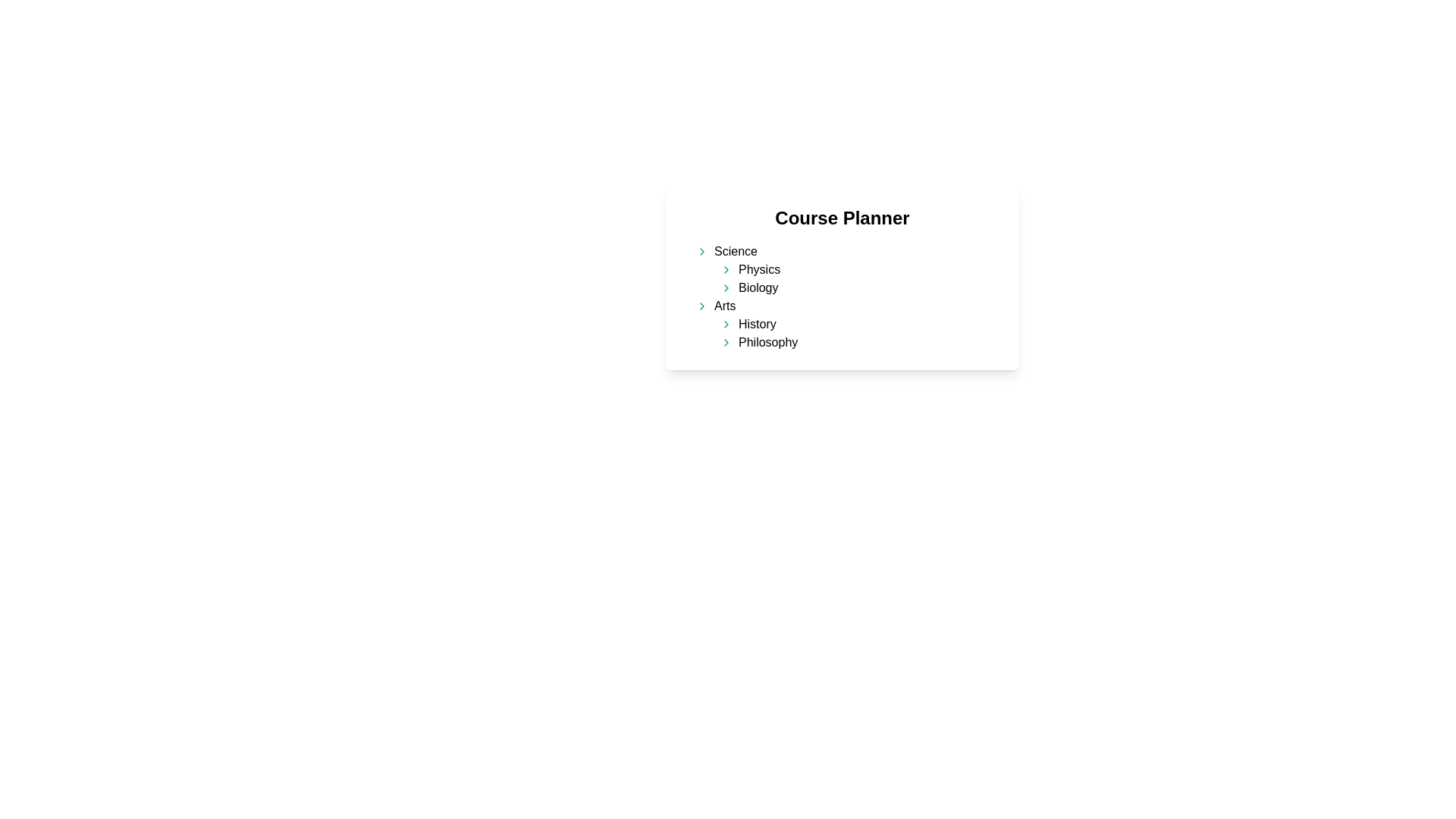 The width and height of the screenshot is (1456, 819). Describe the element at coordinates (758, 288) in the screenshot. I see `the 'Biology' label, which is styled in black, regular, sans-serif font and is located to the right of a green chevron icon under the 'Science' section of the 'Course Planner'` at that location.